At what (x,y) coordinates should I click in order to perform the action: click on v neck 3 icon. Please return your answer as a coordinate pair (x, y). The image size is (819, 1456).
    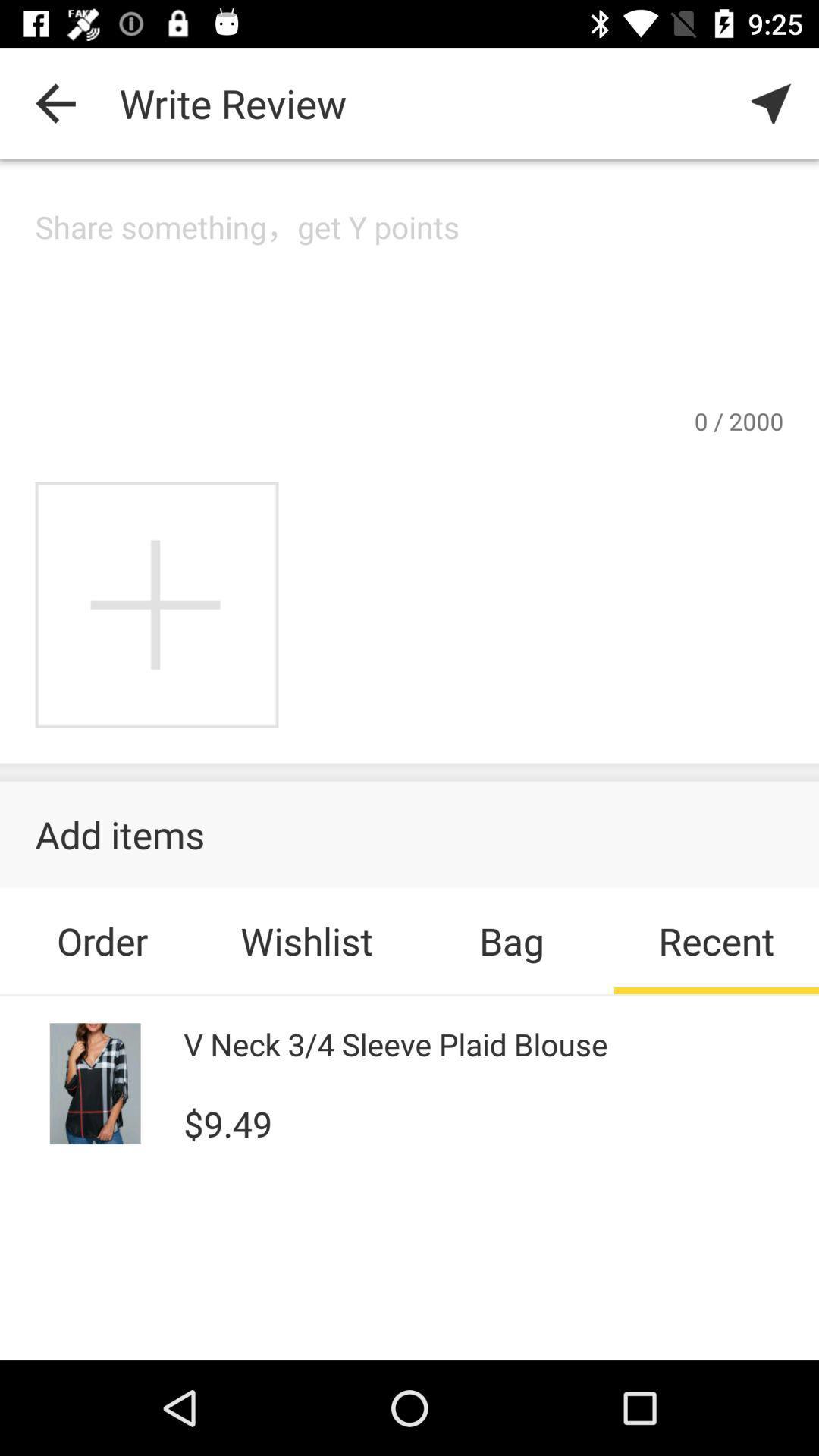
    Looking at the image, I should click on (394, 1043).